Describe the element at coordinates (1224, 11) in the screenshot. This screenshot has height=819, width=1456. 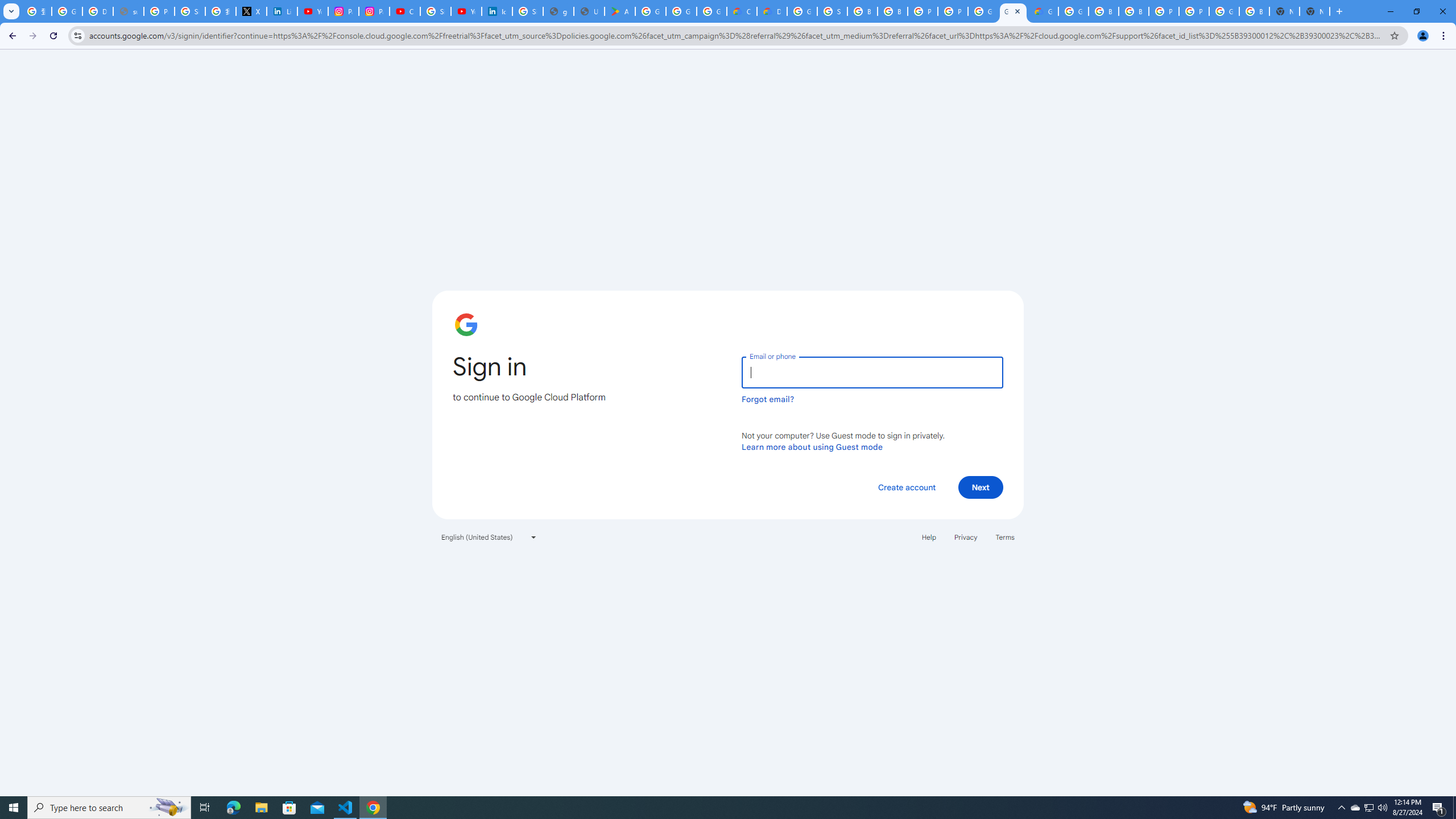
I see `'Google Cloud Platform'` at that location.